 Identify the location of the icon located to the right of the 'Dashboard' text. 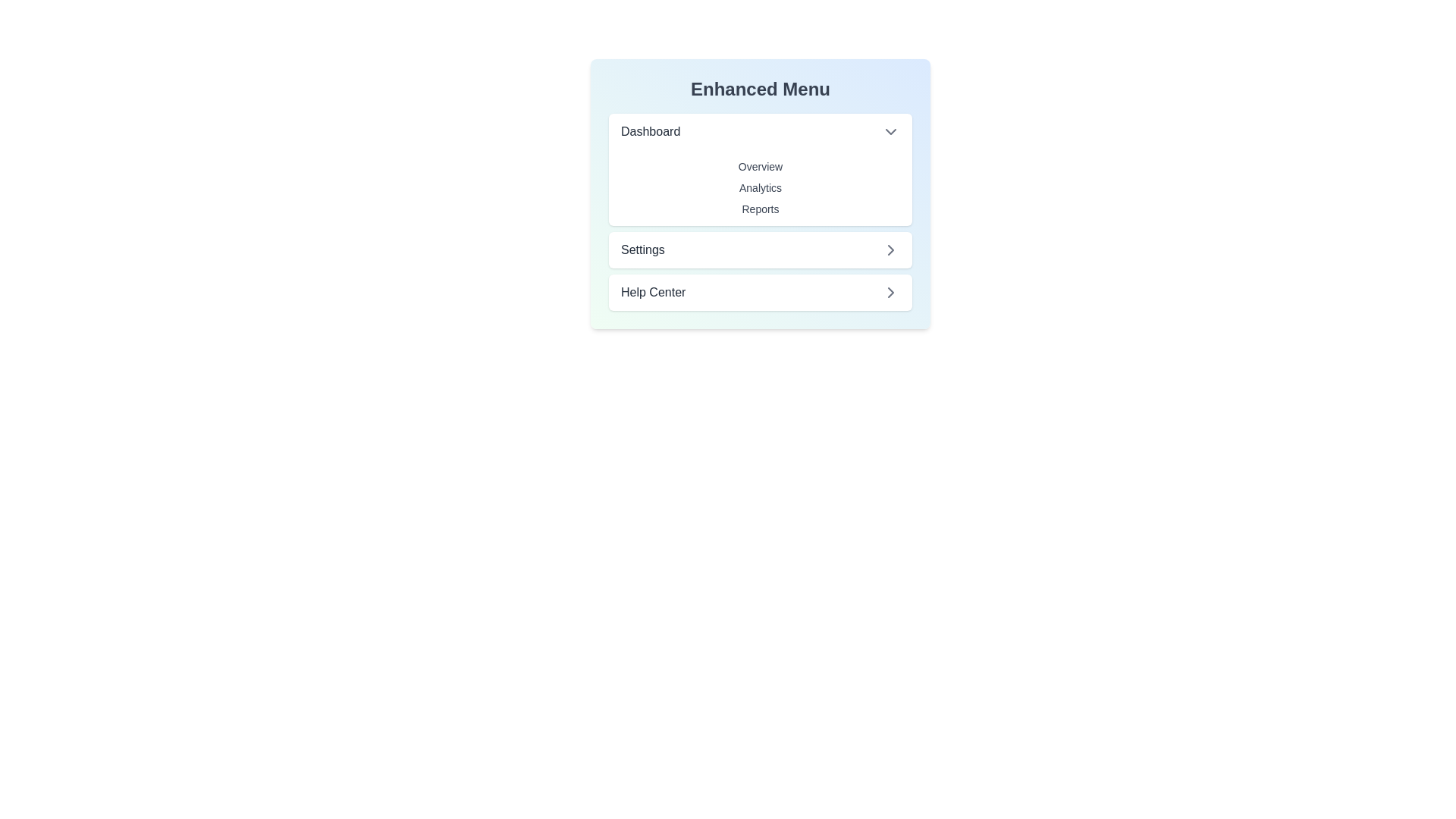
(891, 130).